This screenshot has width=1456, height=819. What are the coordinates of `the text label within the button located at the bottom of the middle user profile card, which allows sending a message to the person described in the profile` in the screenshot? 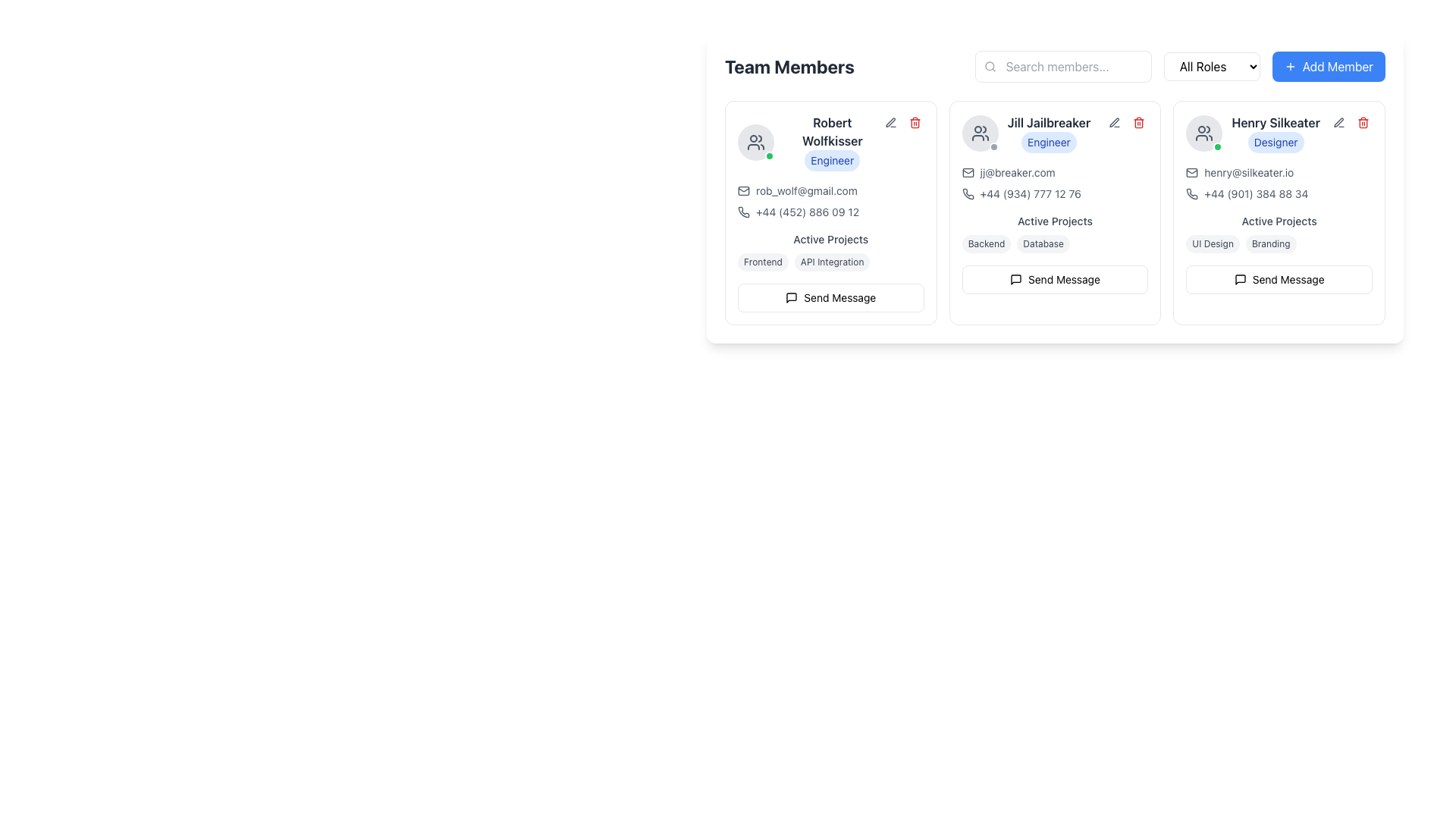 It's located at (1063, 280).